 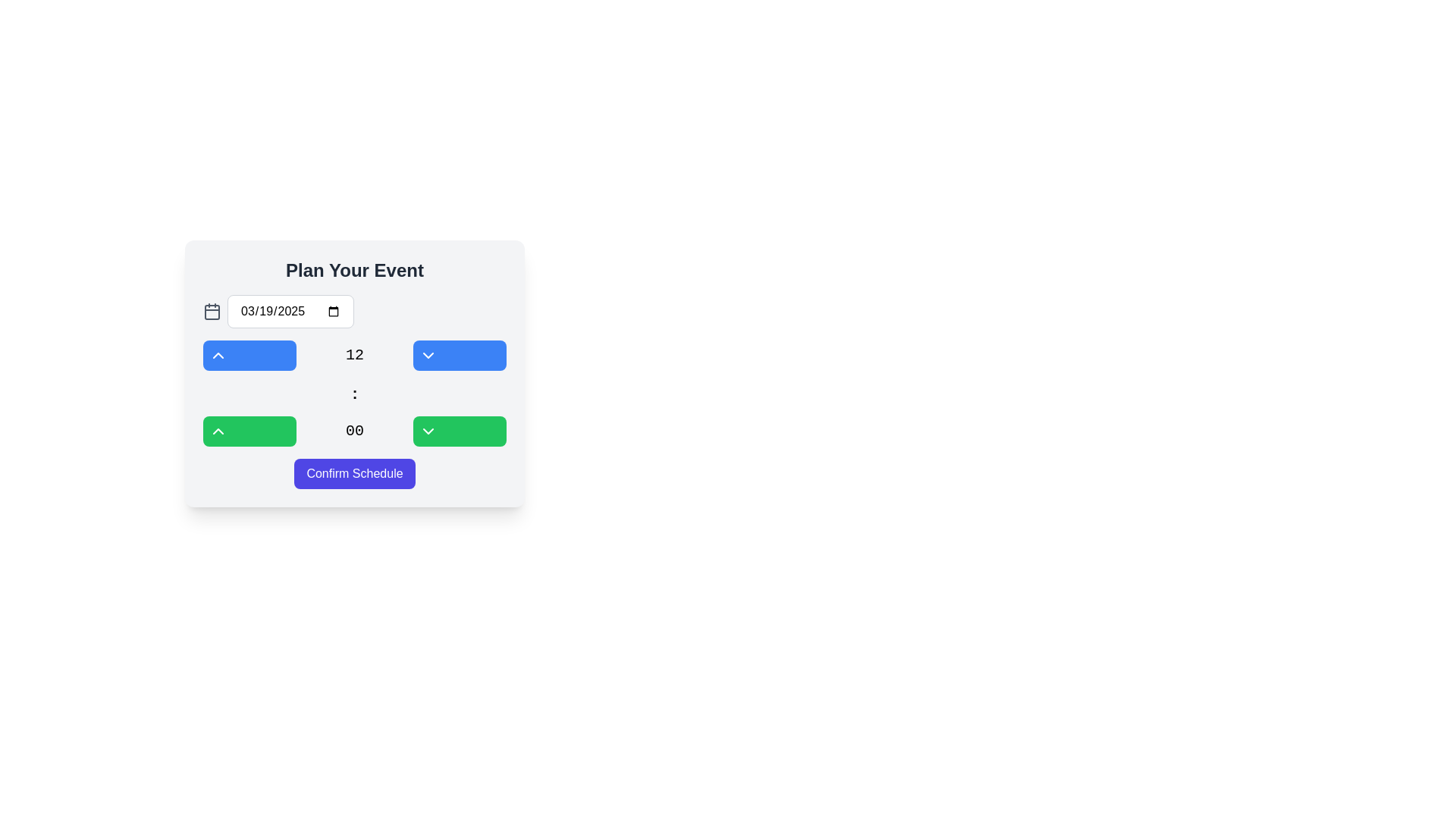 I want to click on the white downward-pointing chevron icon inside the blue hour selection button located next to the numeric '12' in the top-right section of the time selector widget, so click(x=428, y=356).